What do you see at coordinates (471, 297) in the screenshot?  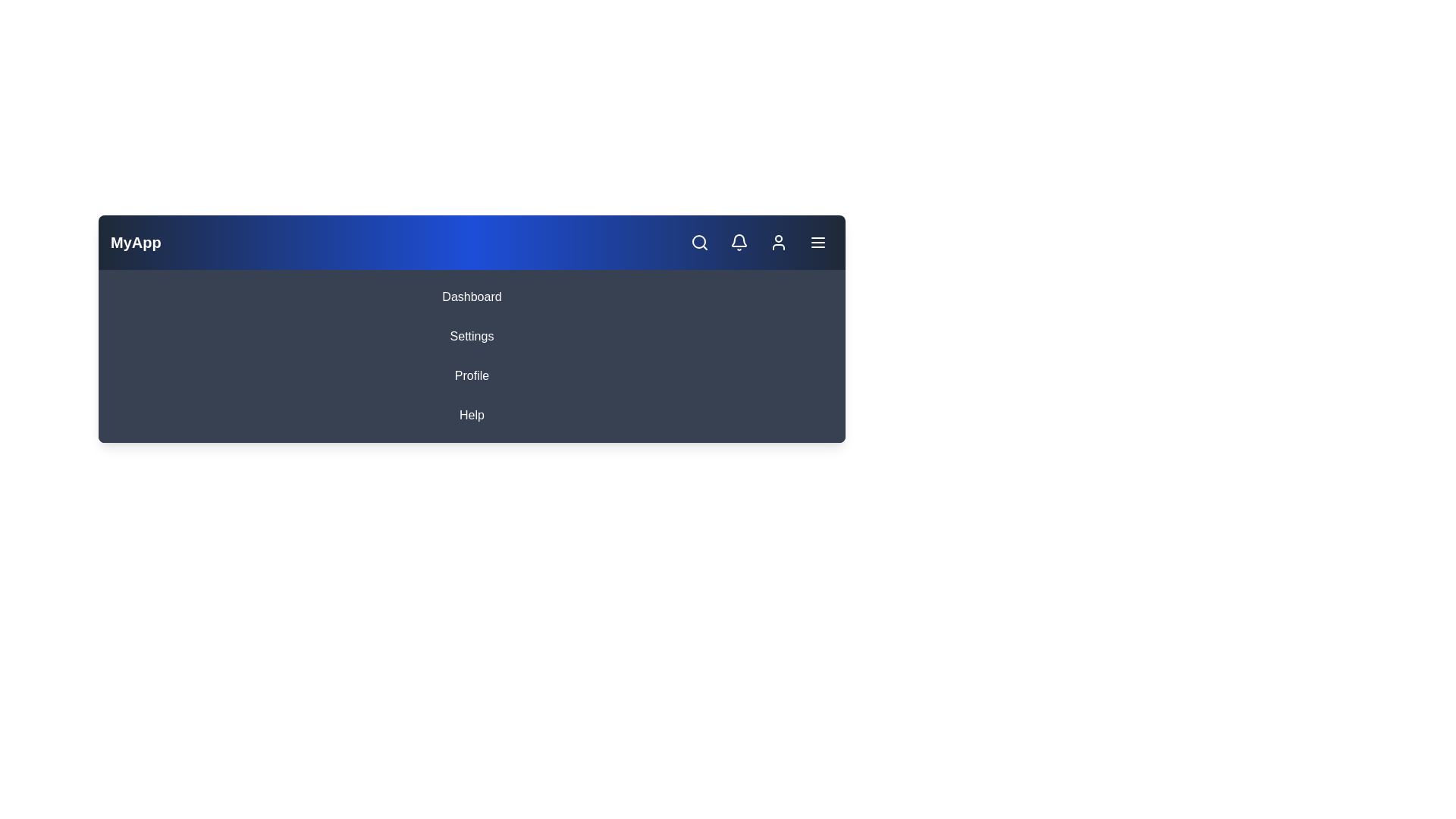 I see `the navigation item Dashboard in the menu` at bounding box center [471, 297].